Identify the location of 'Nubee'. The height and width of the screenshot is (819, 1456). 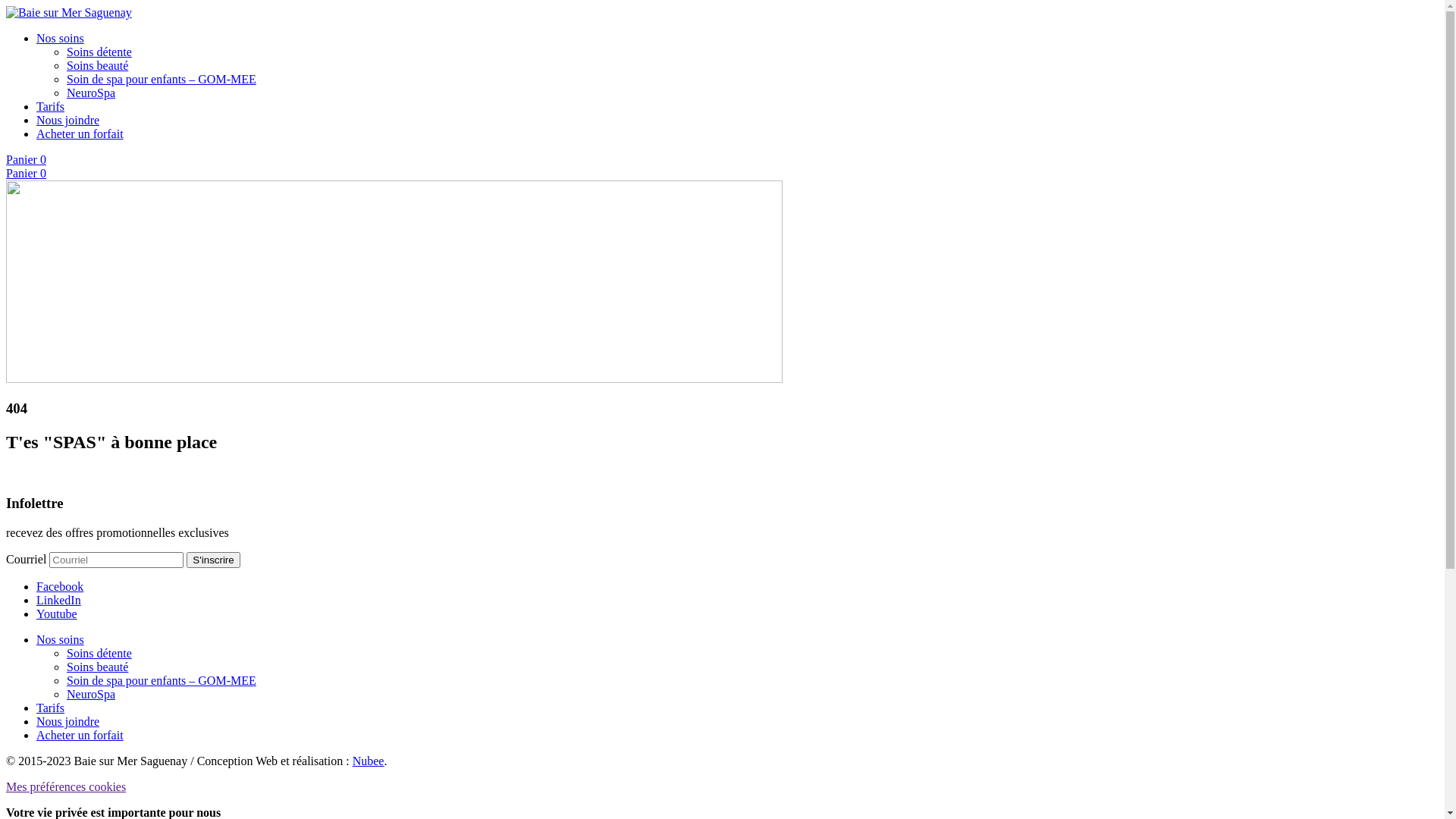
(368, 761).